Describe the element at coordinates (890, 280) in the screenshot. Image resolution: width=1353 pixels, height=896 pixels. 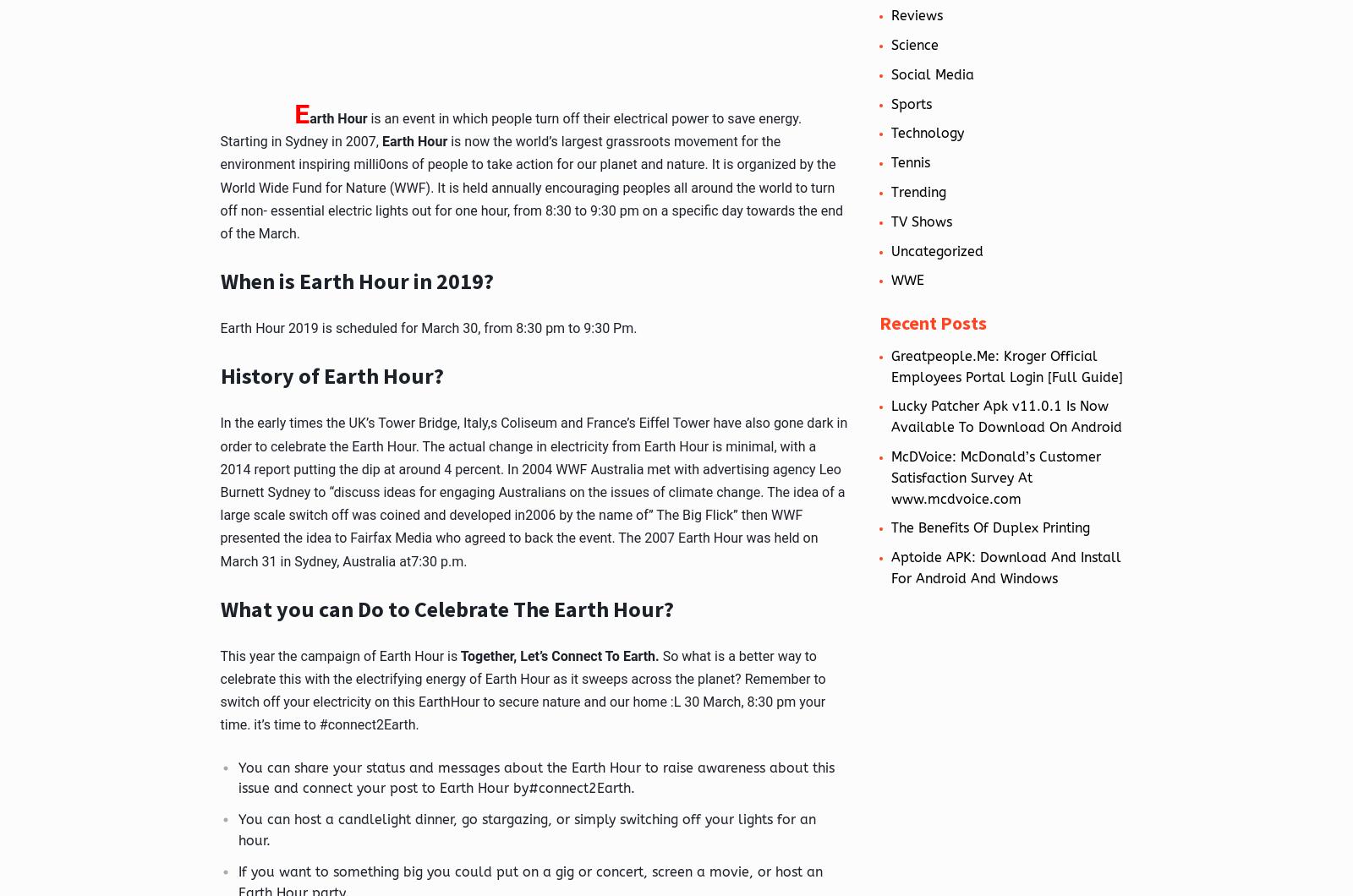
I see `'WWE'` at that location.